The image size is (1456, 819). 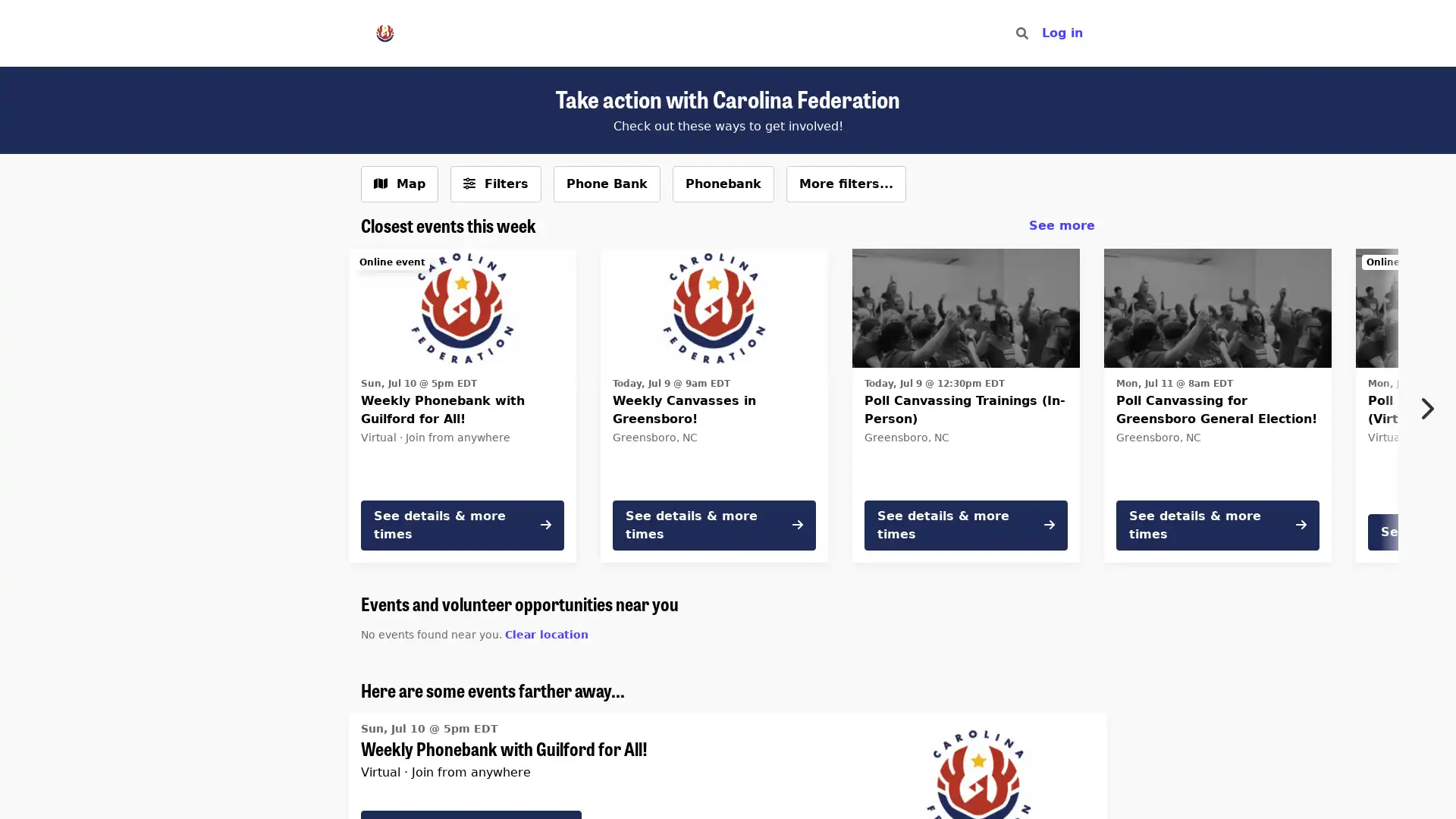 What do you see at coordinates (495, 184) in the screenshot?
I see `More filters (0 selected)` at bounding box center [495, 184].